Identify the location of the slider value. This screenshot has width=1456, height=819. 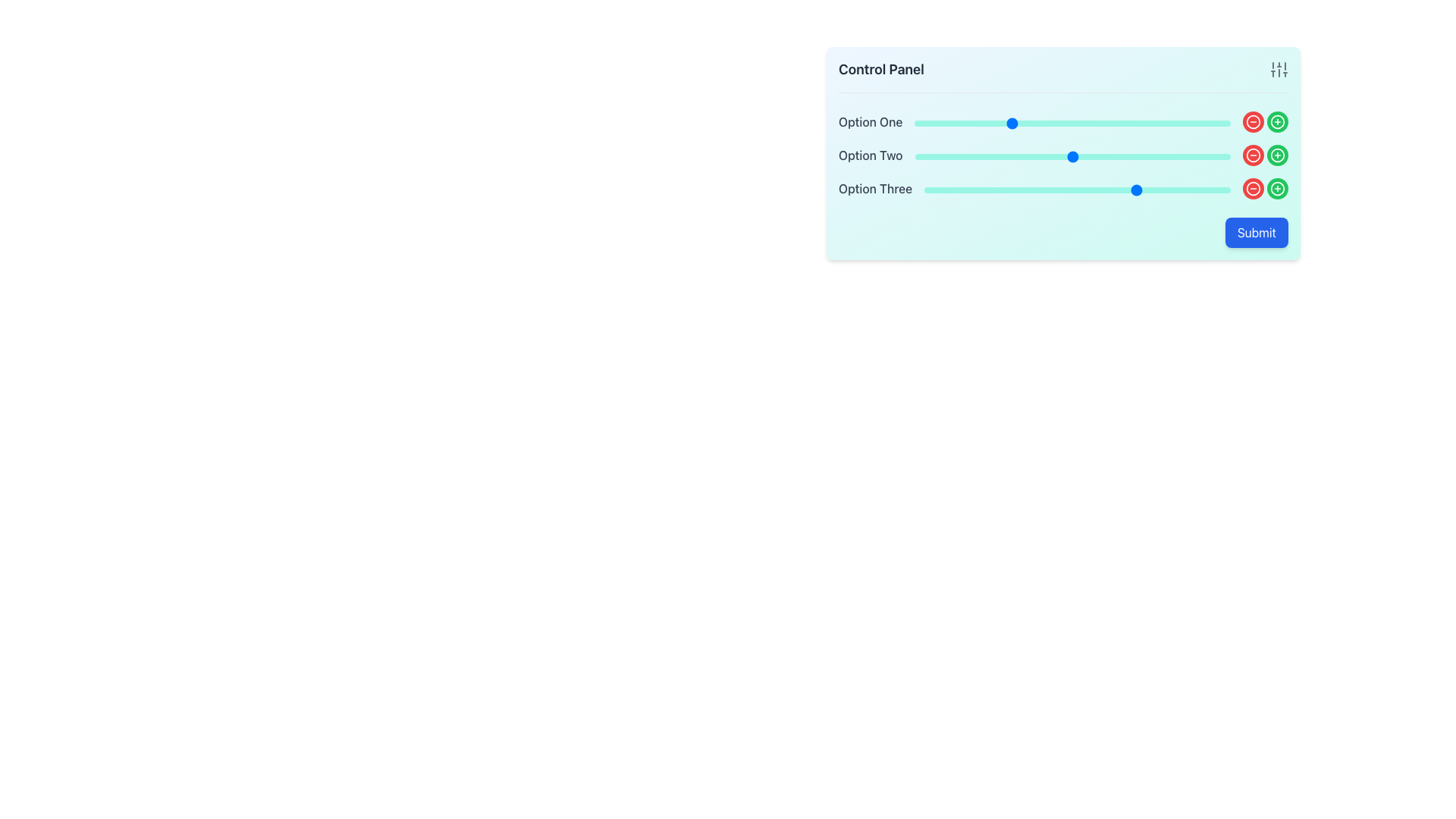
(1138, 189).